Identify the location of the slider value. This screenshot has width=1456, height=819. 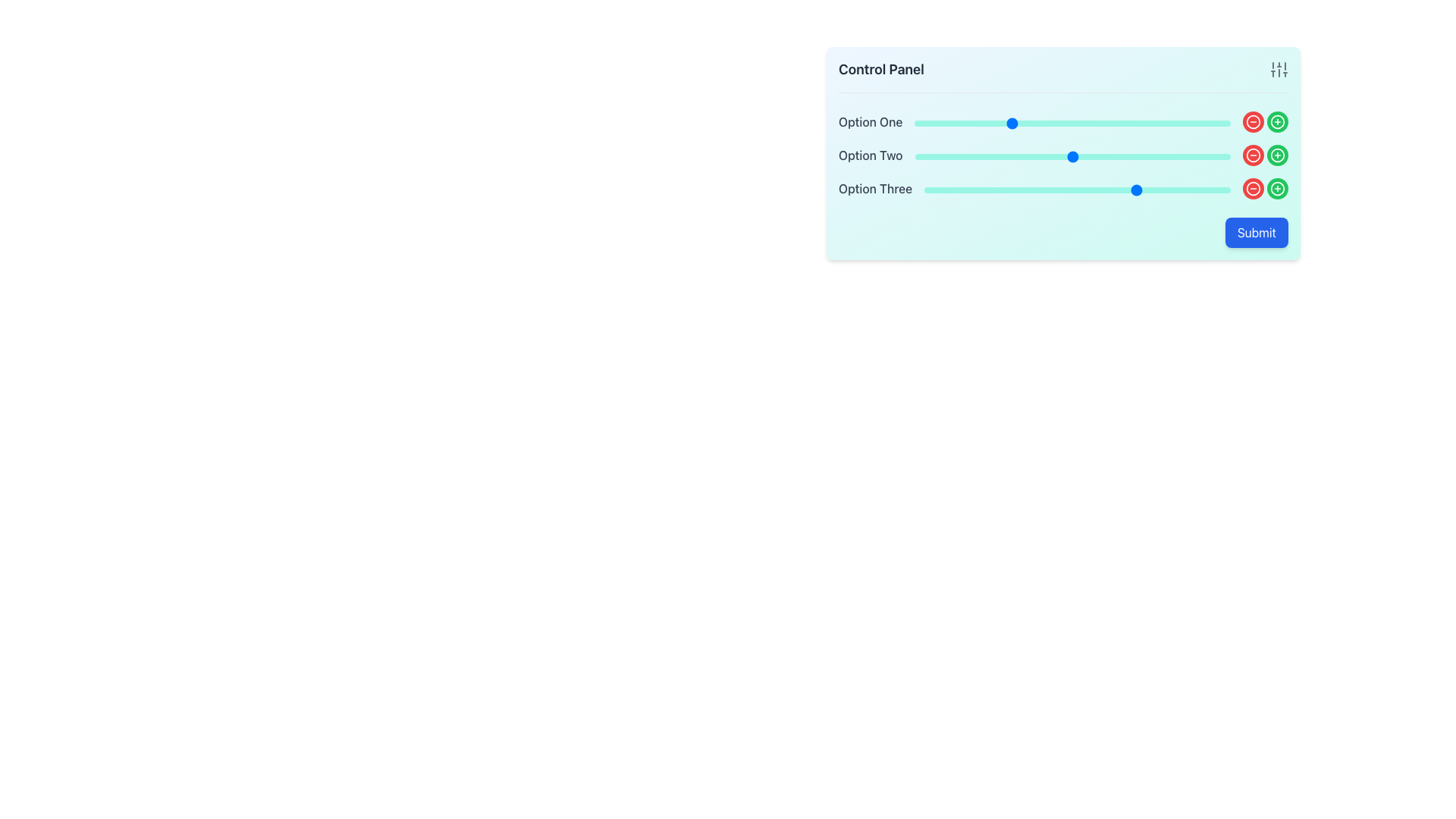
(1138, 189).